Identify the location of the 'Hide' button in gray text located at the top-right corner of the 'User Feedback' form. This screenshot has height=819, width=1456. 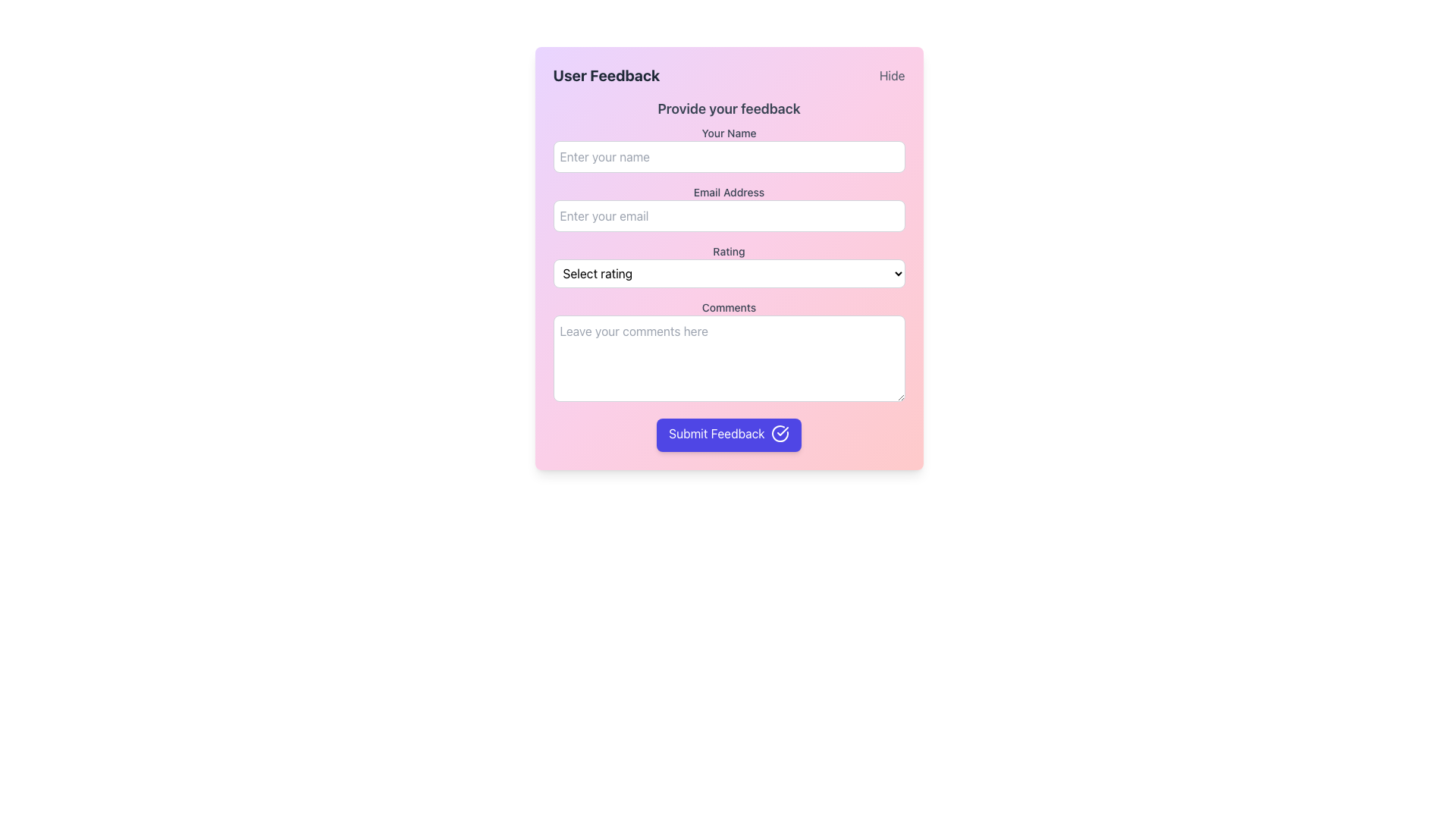
(892, 76).